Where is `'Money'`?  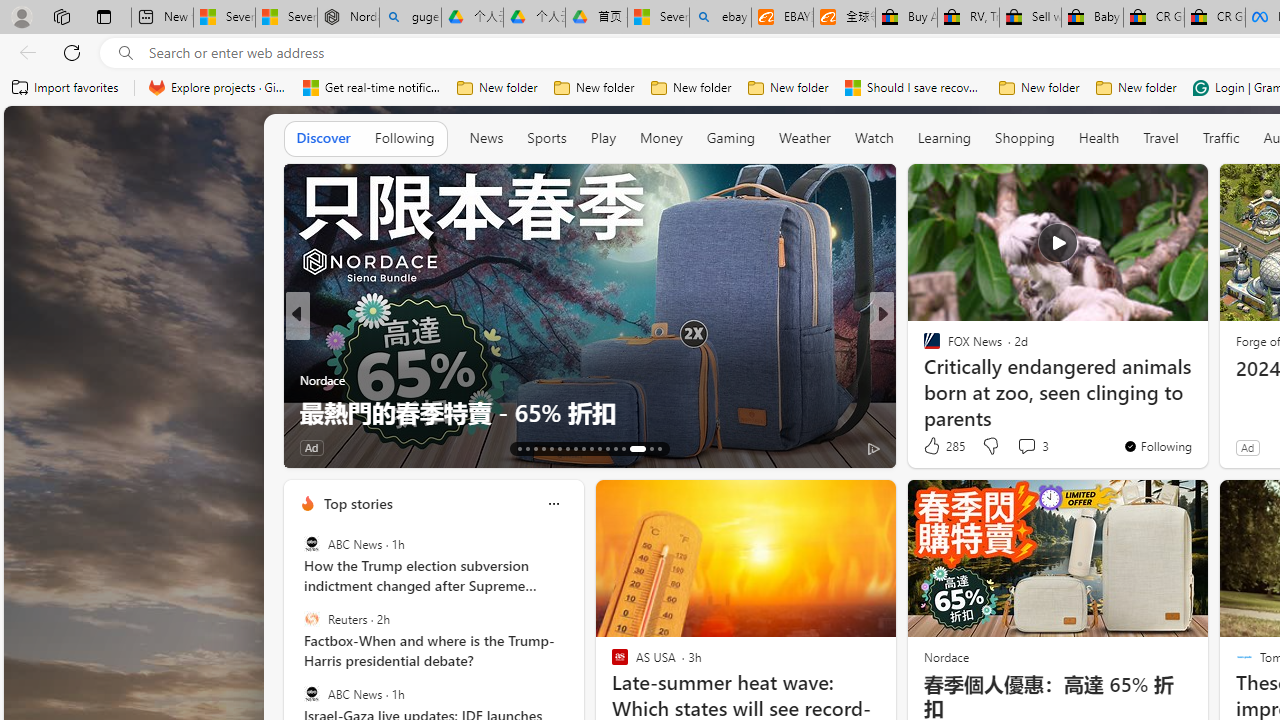 'Money' is located at coordinates (661, 137).